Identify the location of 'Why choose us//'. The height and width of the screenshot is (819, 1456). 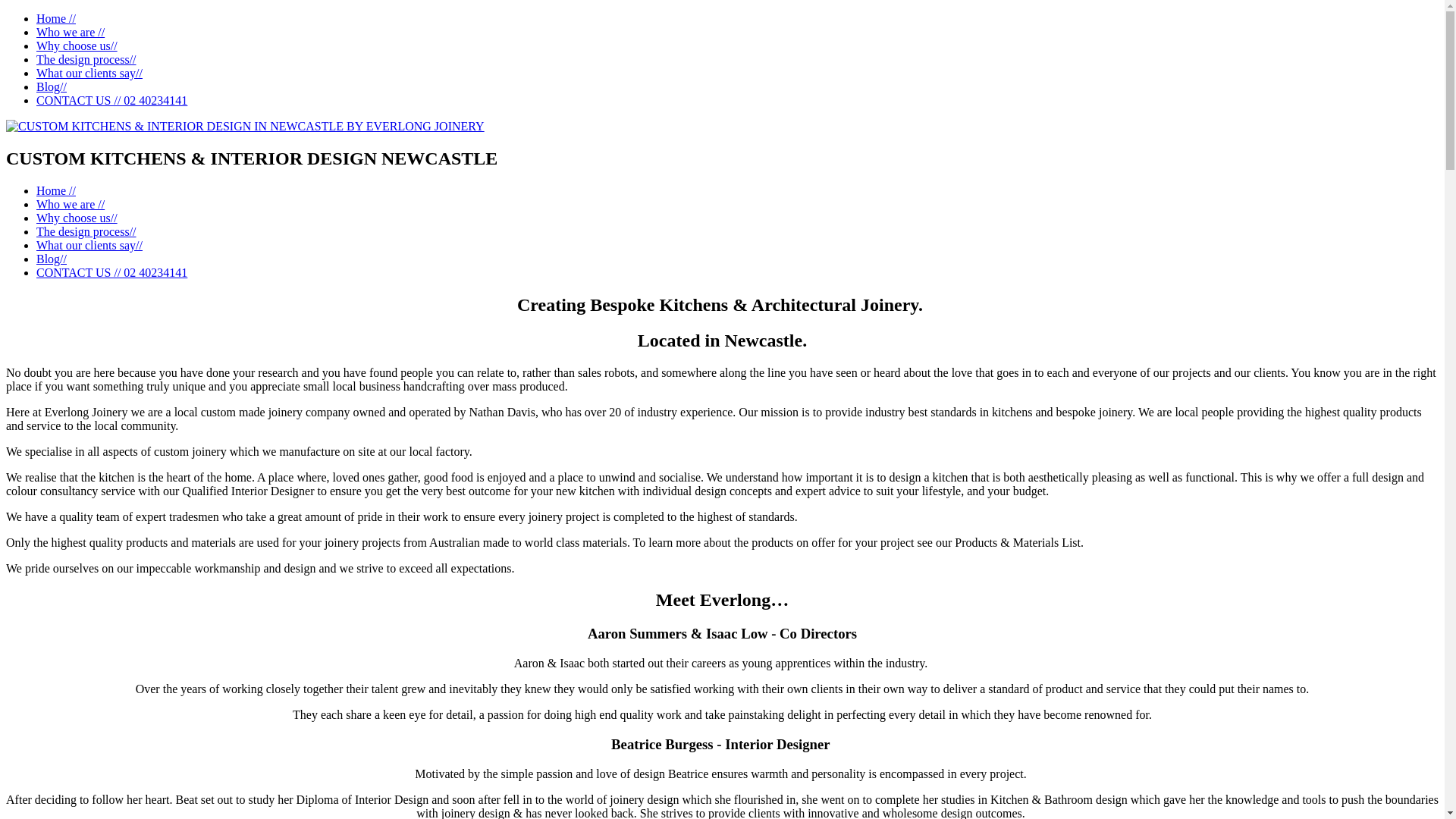
(76, 218).